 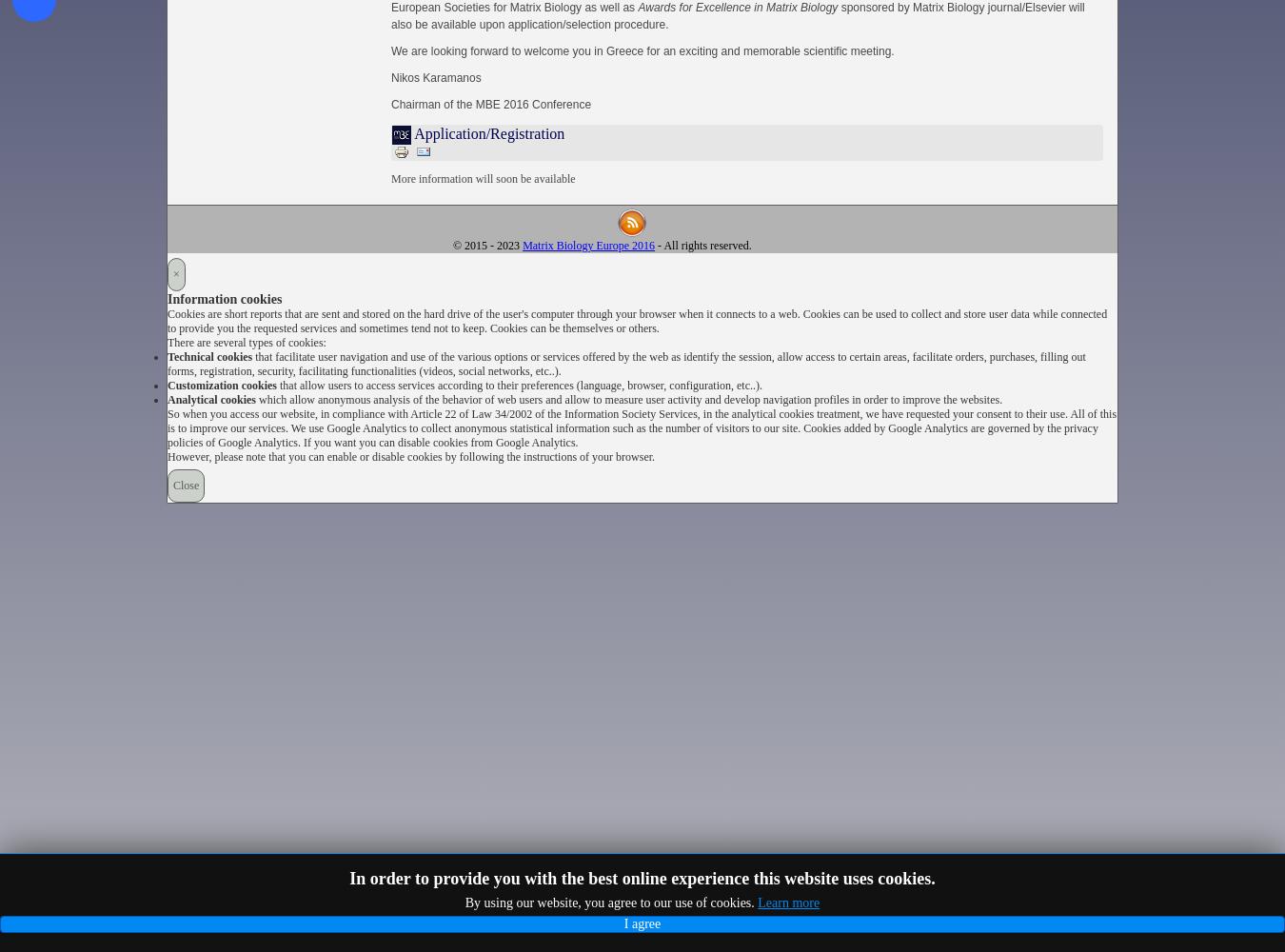 What do you see at coordinates (168, 357) in the screenshot?
I see `'Technical cookies'` at bounding box center [168, 357].